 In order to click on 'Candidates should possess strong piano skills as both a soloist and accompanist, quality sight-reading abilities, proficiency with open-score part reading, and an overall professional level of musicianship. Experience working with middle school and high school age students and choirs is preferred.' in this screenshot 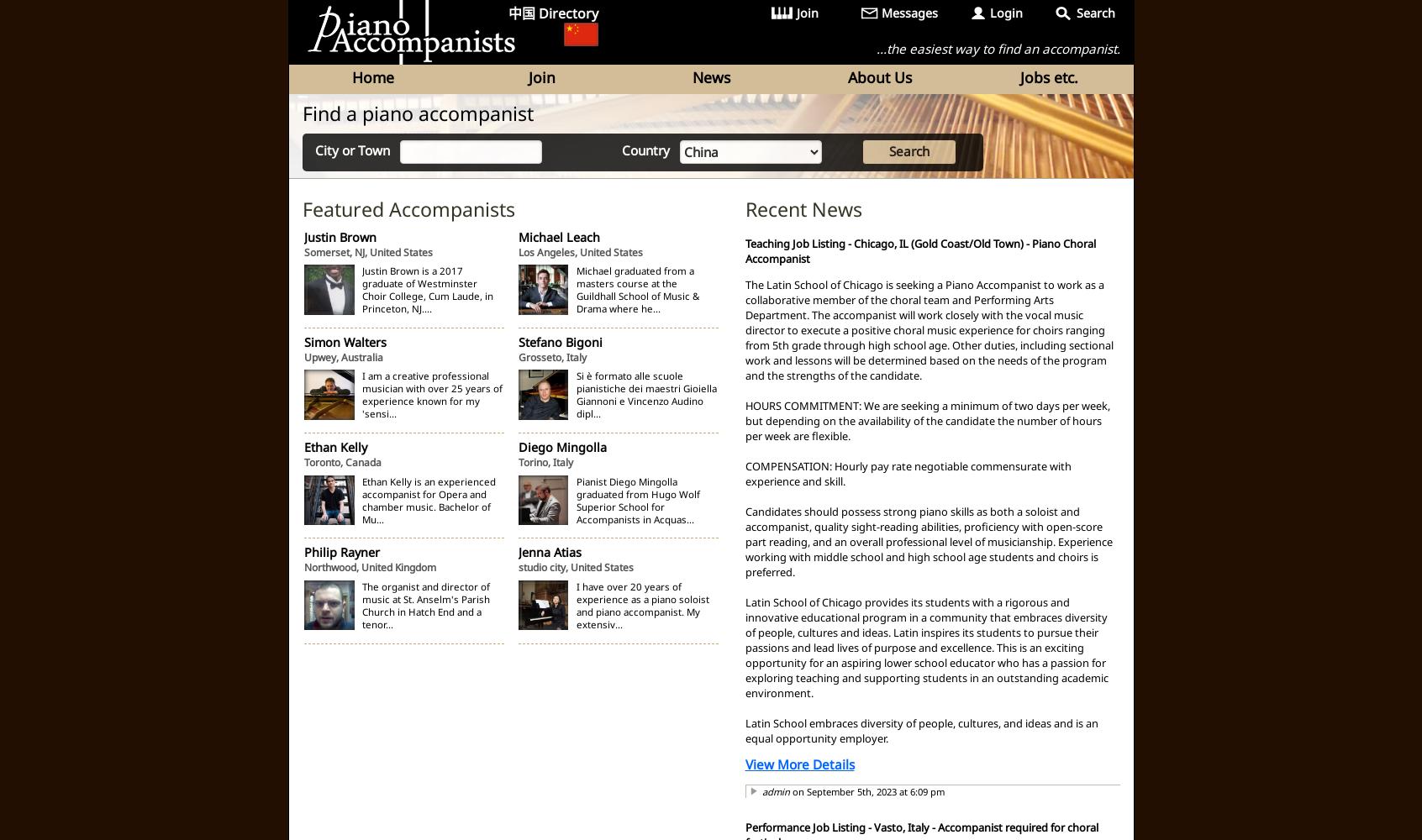, I will do `click(928, 541)`.